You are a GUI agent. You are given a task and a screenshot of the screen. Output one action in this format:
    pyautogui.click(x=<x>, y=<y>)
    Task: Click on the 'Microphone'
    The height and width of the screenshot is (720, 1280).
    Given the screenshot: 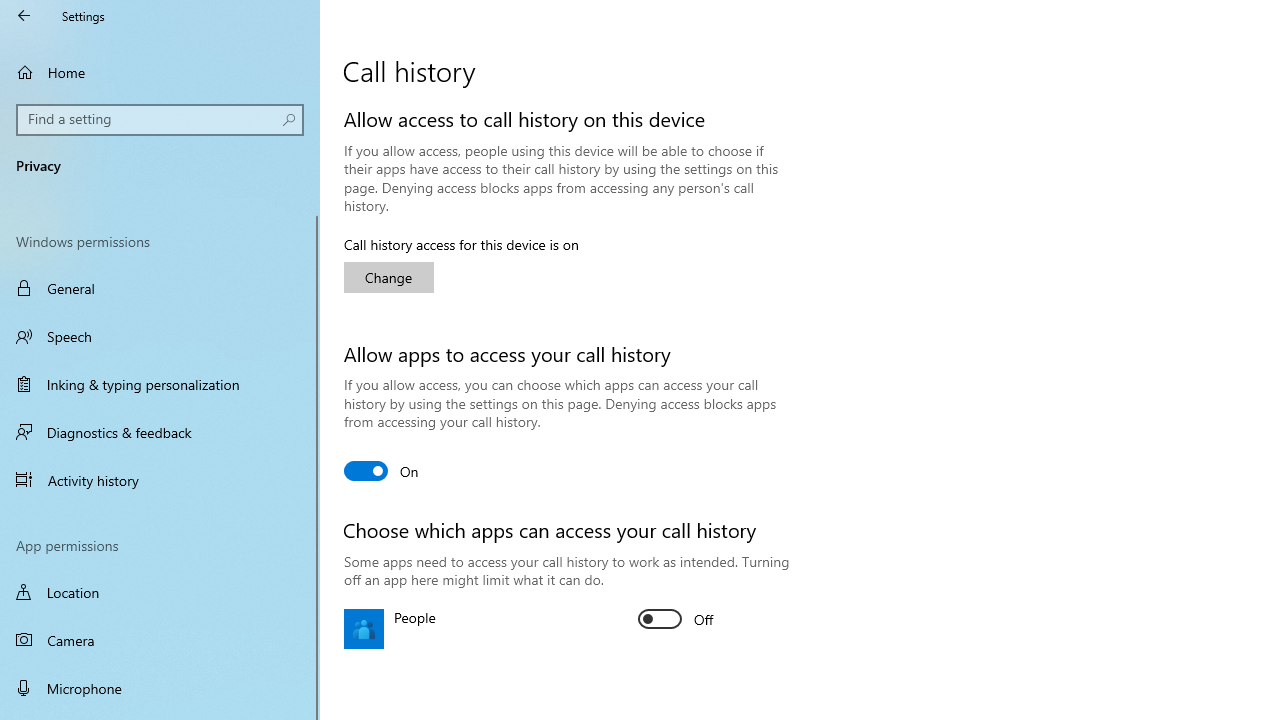 What is the action you would take?
    pyautogui.click(x=160, y=686)
    